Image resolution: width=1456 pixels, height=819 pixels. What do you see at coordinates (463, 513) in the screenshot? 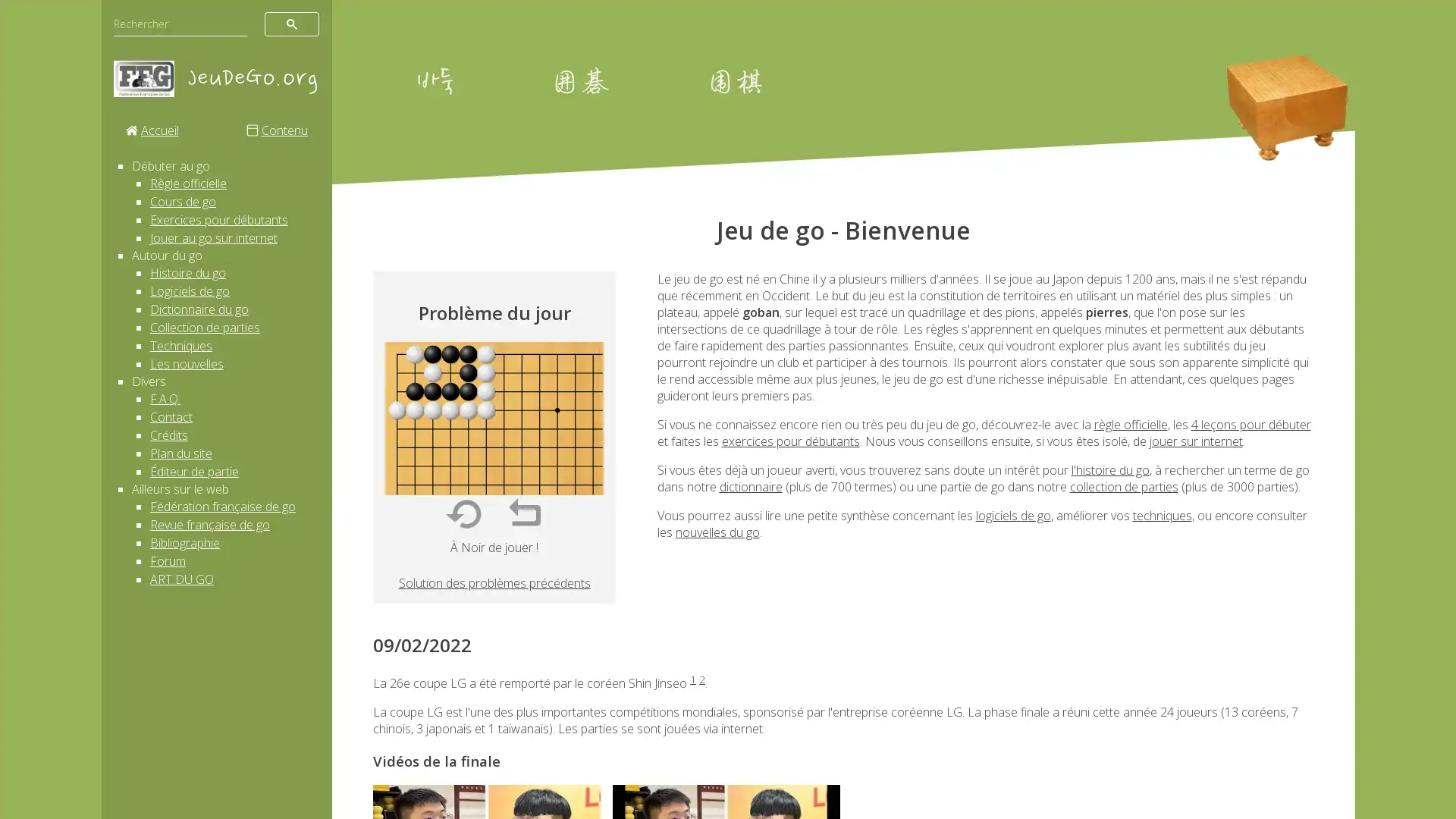
I see `Recommencer tout` at bounding box center [463, 513].